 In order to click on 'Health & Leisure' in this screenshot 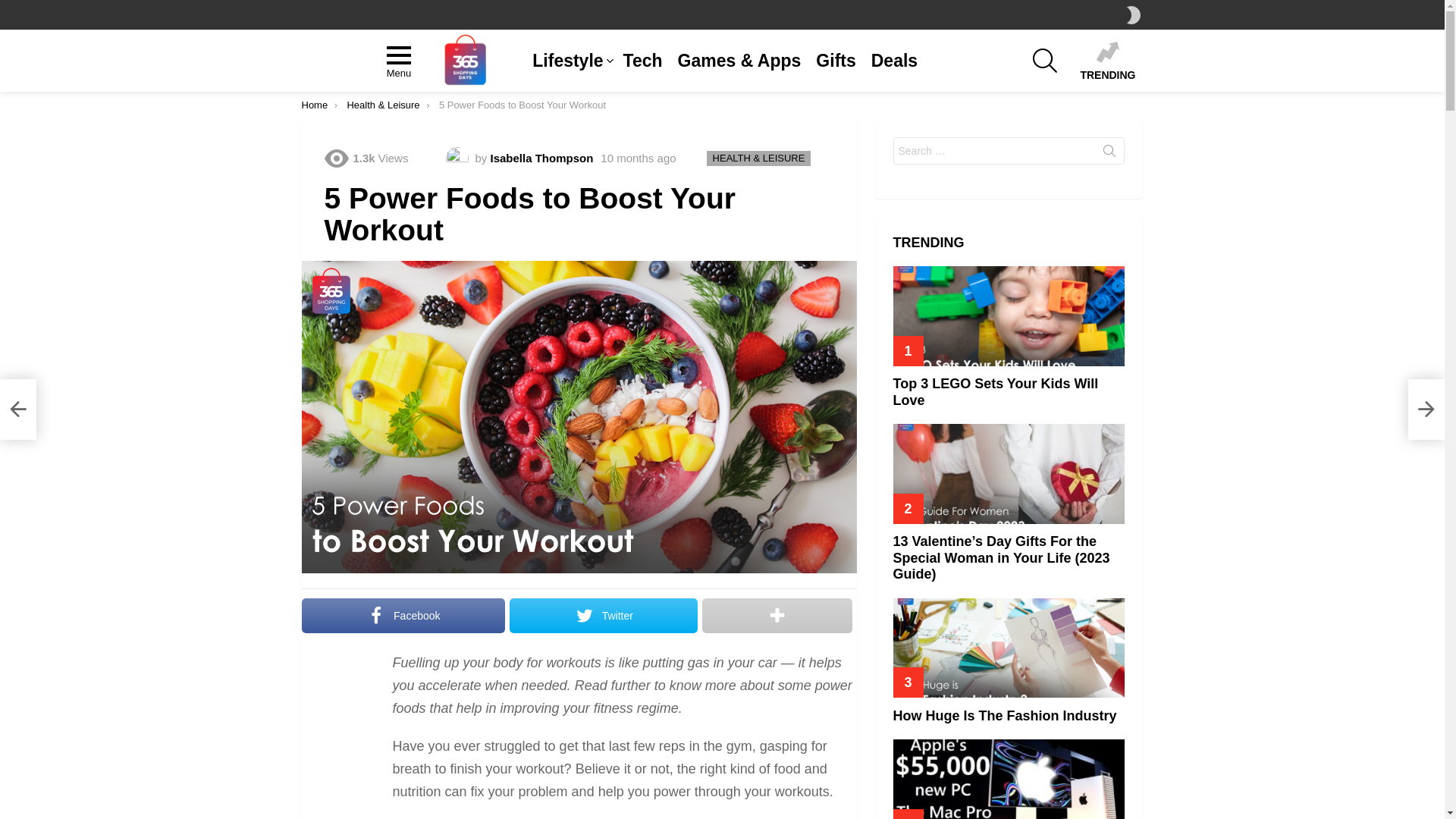, I will do `click(382, 104)`.